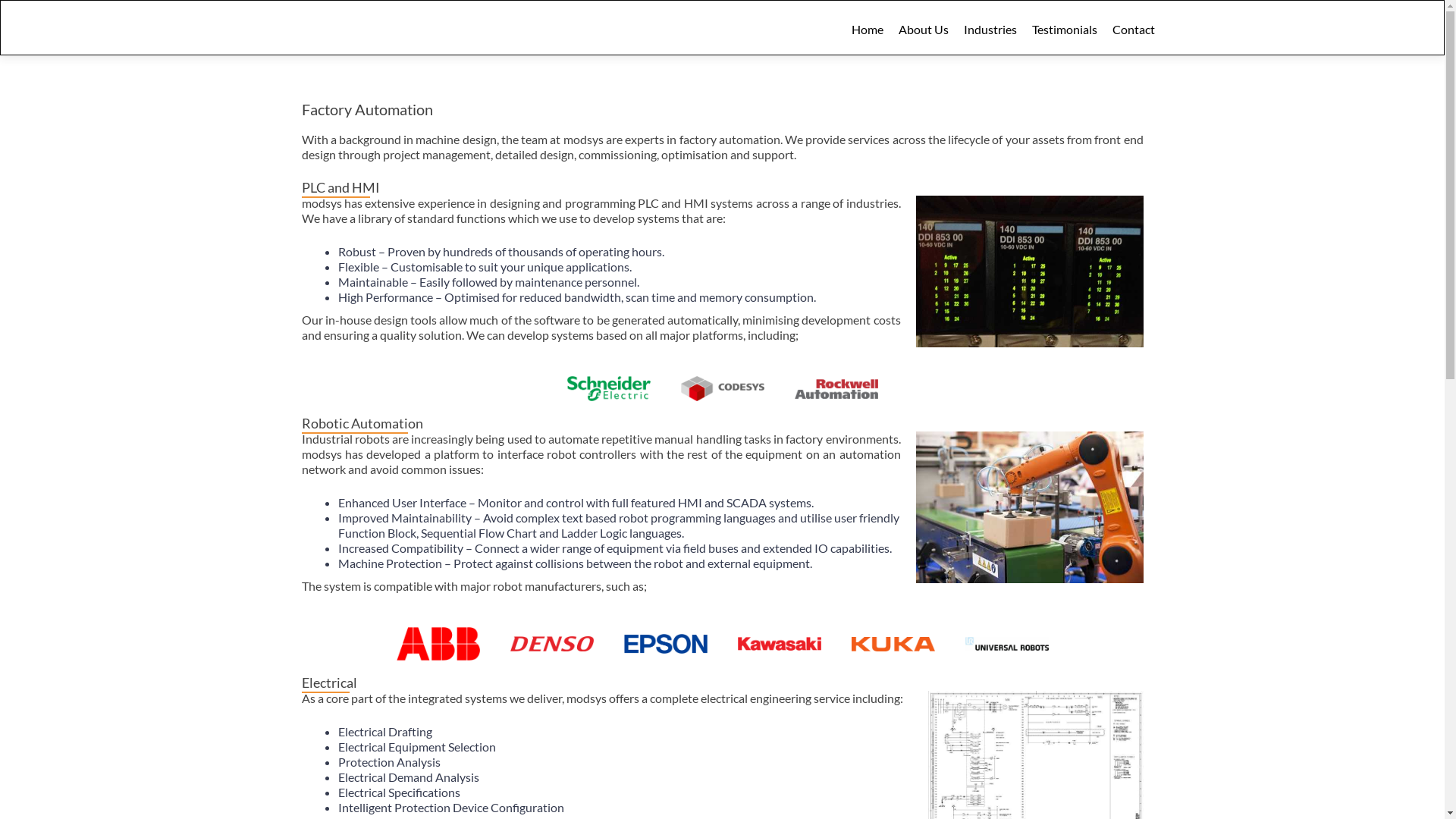 This screenshot has height=819, width=1456. I want to click on 'Testimonials', so click(1031, 29).